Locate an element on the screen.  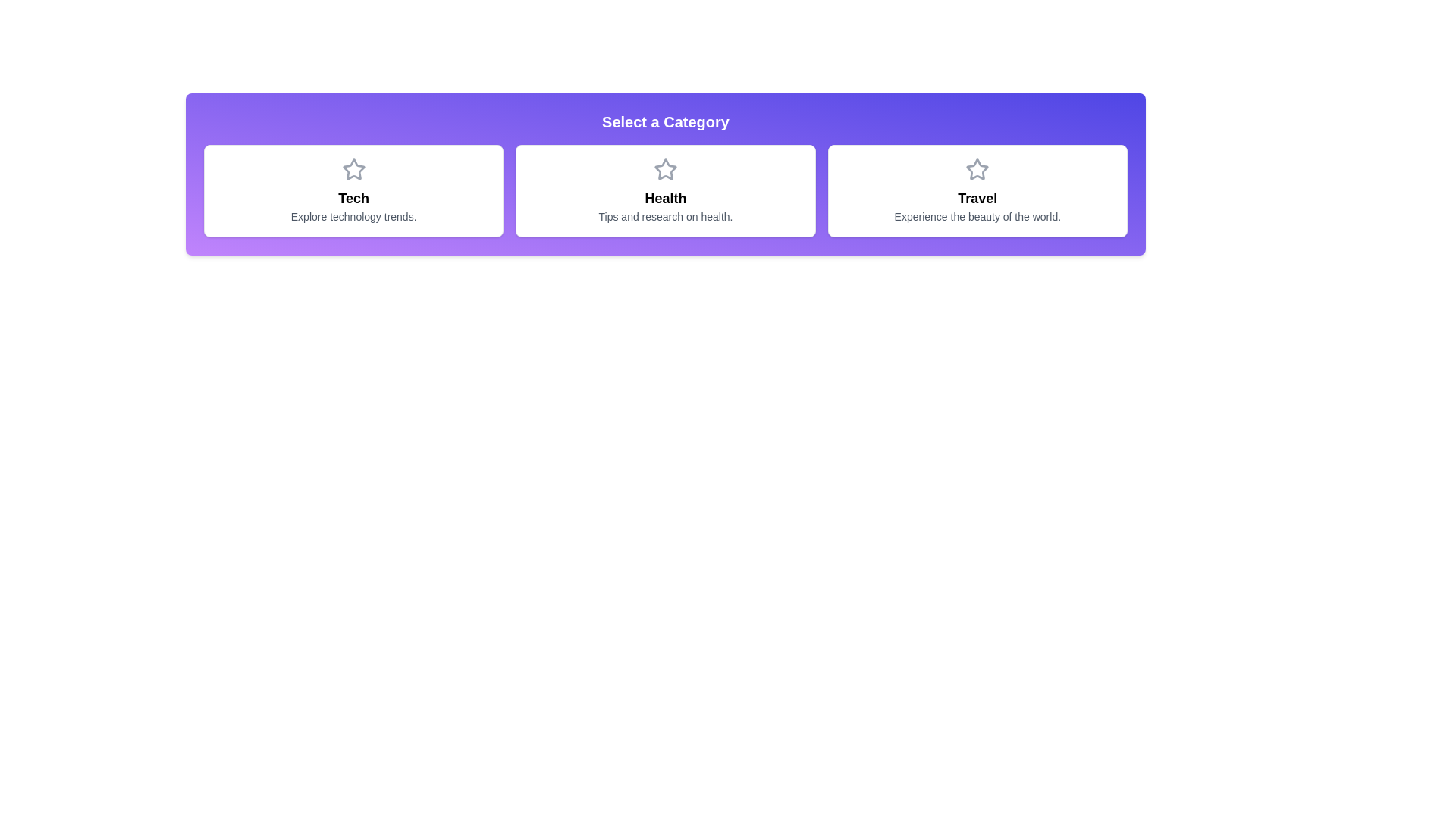
the second card in the triplet lineup under the heading 'Select a Category' is located at coordinates (666, 190).